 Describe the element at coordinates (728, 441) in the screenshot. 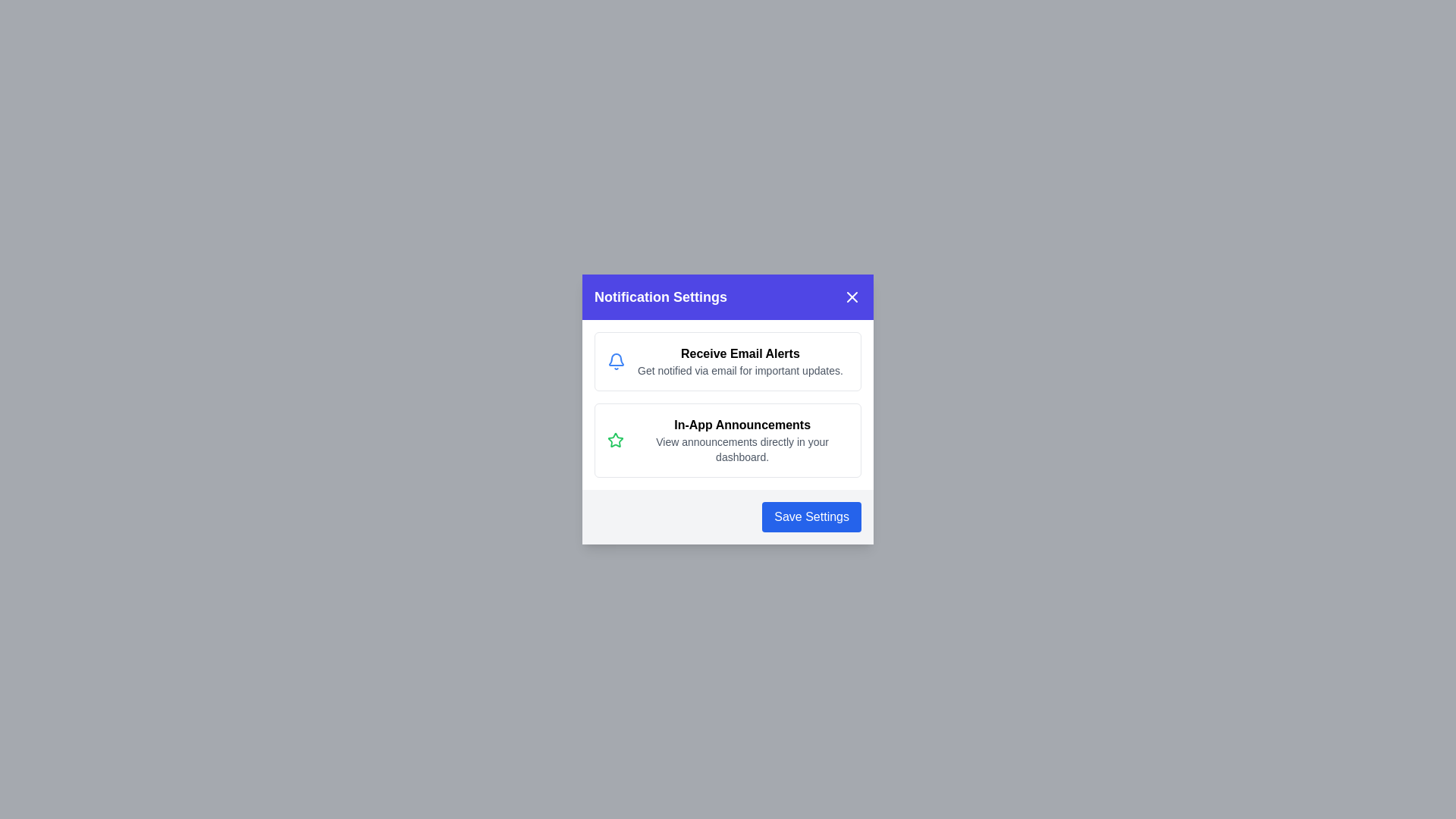

I see `the notification setting item In-App Announcements to toggle its state` at that location.